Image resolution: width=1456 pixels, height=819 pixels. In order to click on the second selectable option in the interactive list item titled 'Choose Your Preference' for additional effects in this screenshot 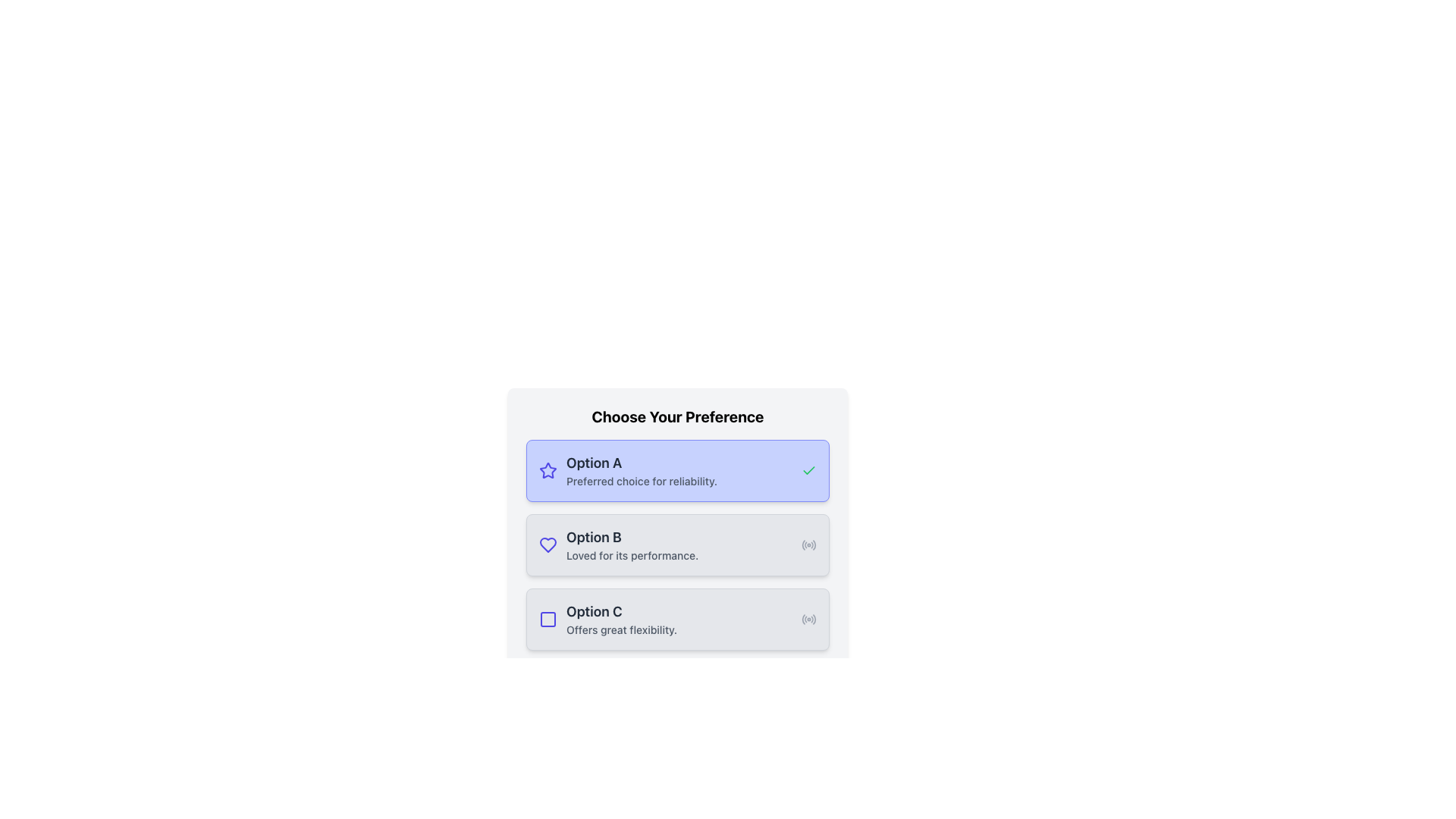, I will do `click(676, 544)`.